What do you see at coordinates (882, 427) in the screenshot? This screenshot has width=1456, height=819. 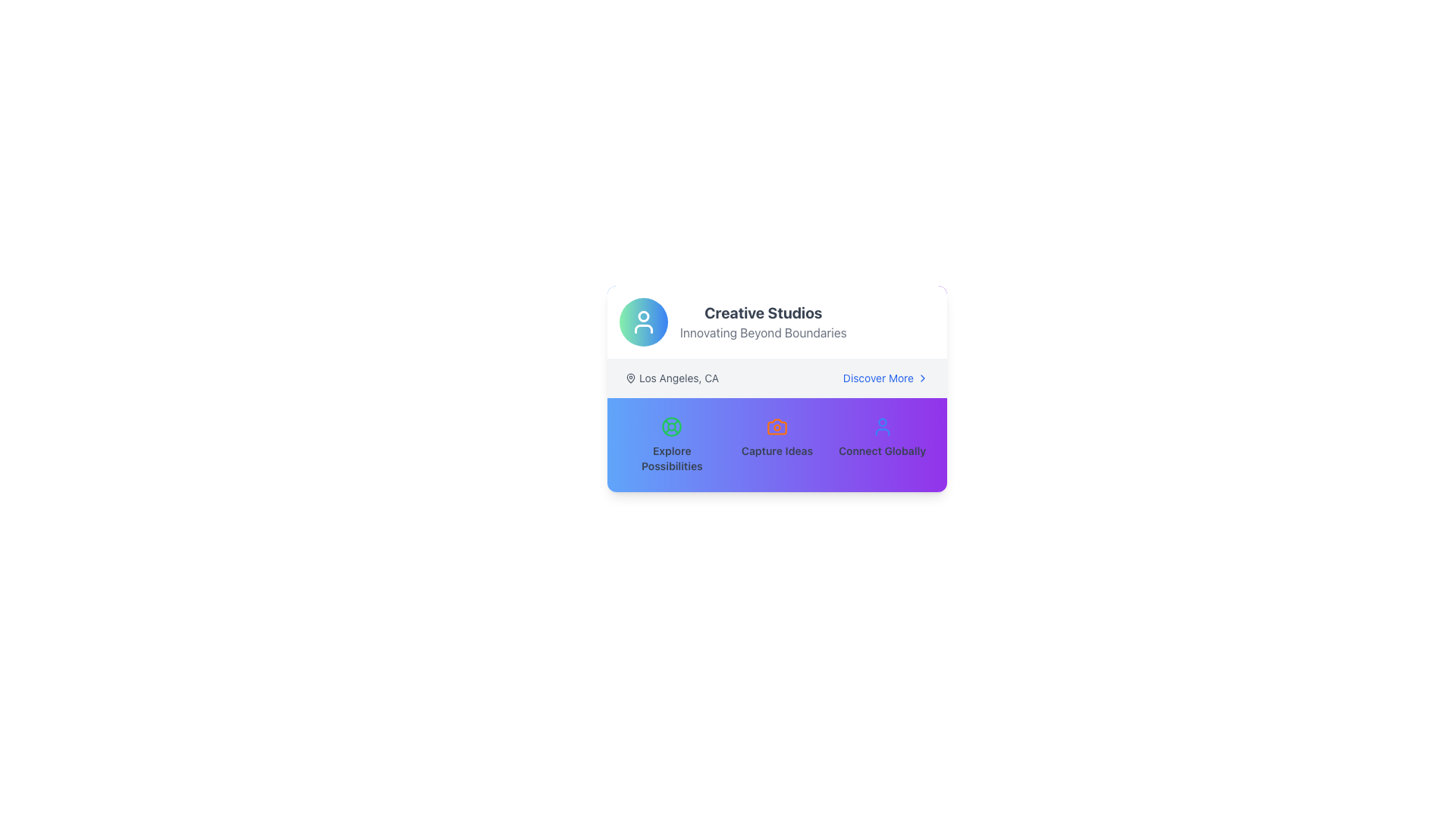 I see `the 'Connect Globally' icon, which is the third icon from the left in the bottom section of the central card layout` at bounding box center [882, 427].